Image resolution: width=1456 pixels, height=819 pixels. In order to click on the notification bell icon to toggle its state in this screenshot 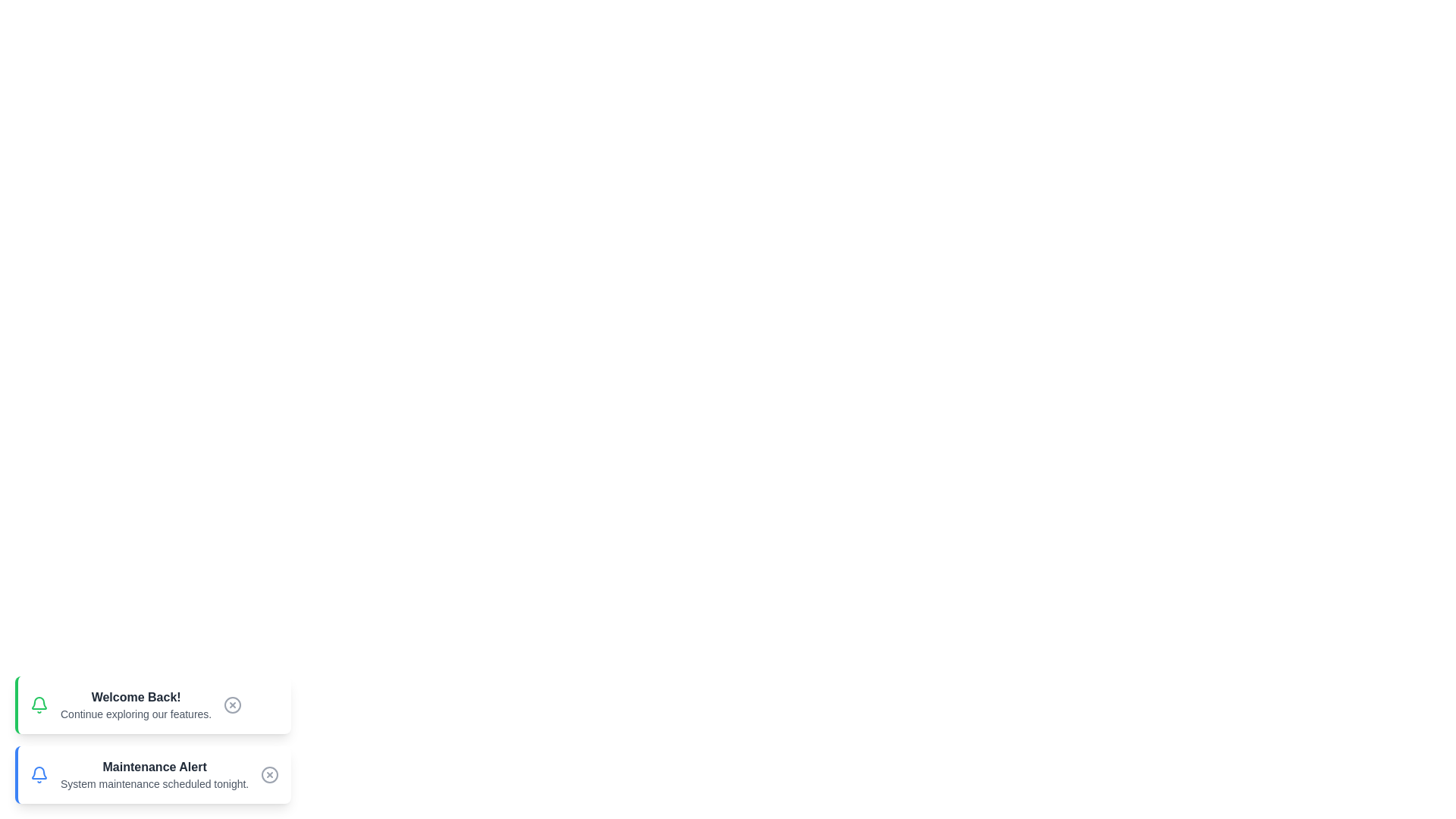, I will do `click(39, 704)`.